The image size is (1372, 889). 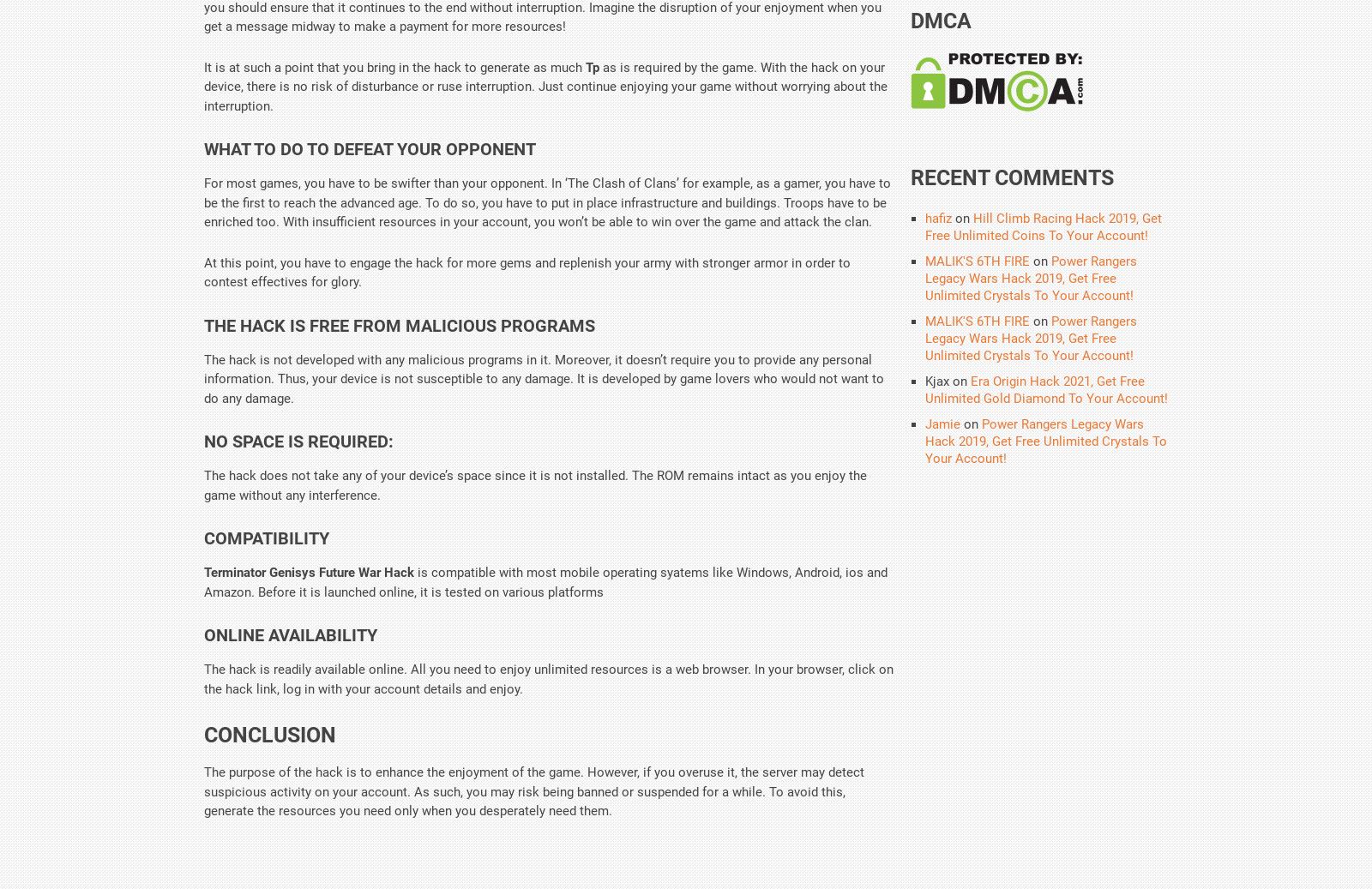 What do you see at coordinates (1045, 389) in the screenshot?
I see `'Era Origin Hack 2021, Get Free Unlimited Gold Diamond To Your Account!'` at bounding box center [1045, 389].